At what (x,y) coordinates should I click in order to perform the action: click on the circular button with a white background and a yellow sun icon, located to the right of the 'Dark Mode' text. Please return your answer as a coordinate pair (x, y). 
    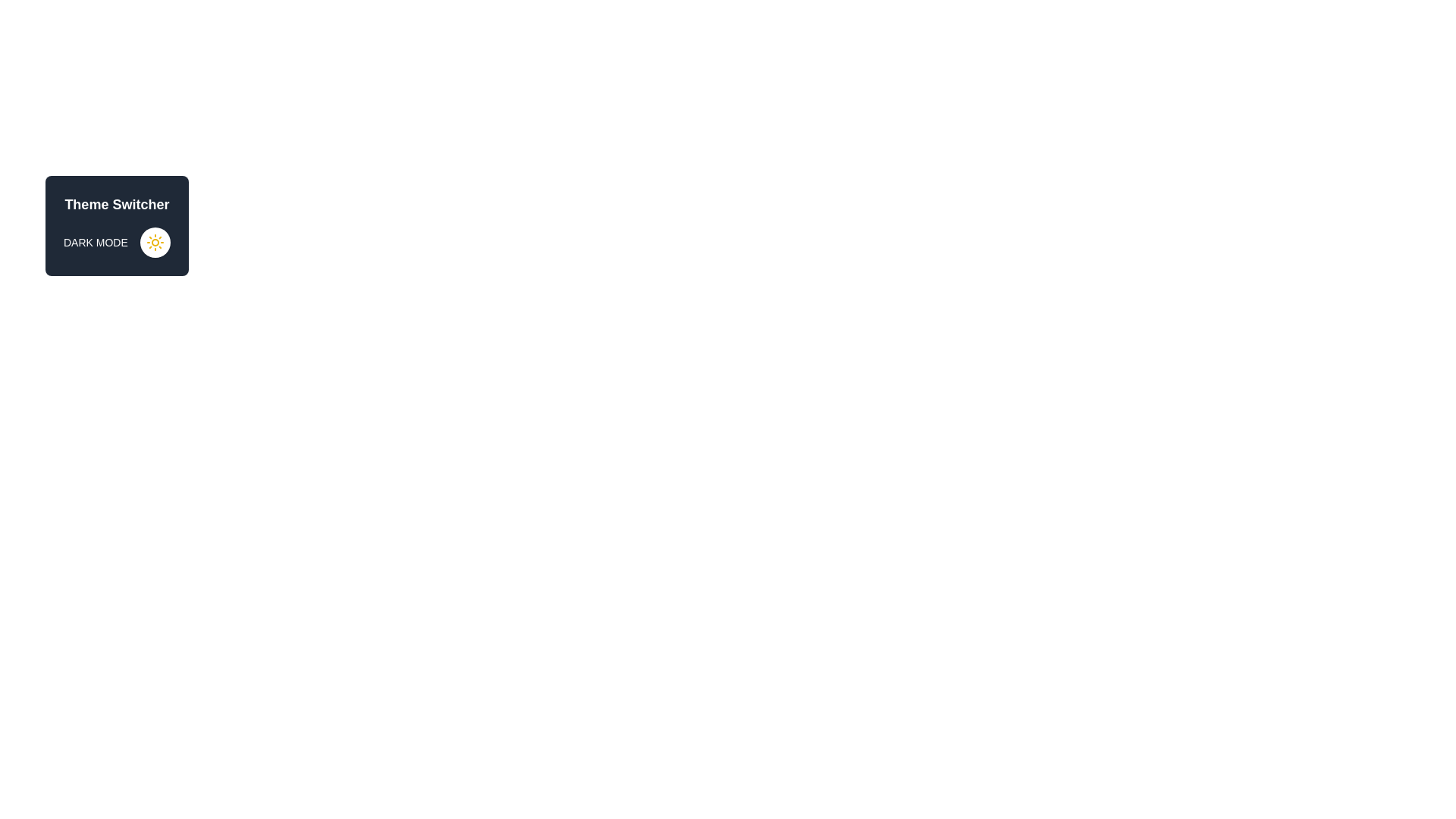
    Looking at the image, I should click on (155, 242).